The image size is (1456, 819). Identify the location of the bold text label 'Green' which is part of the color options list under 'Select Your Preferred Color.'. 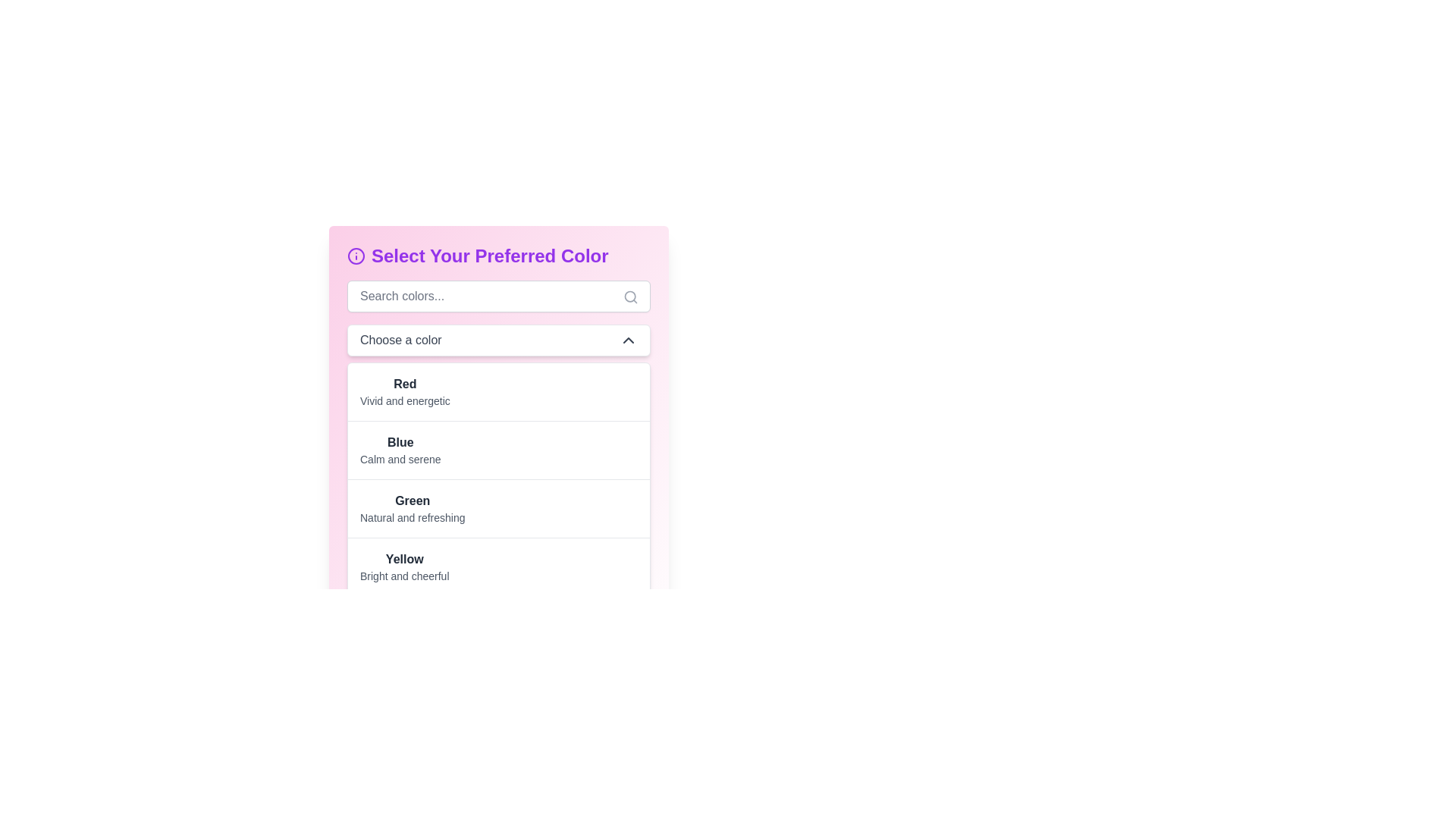
(413, 500).